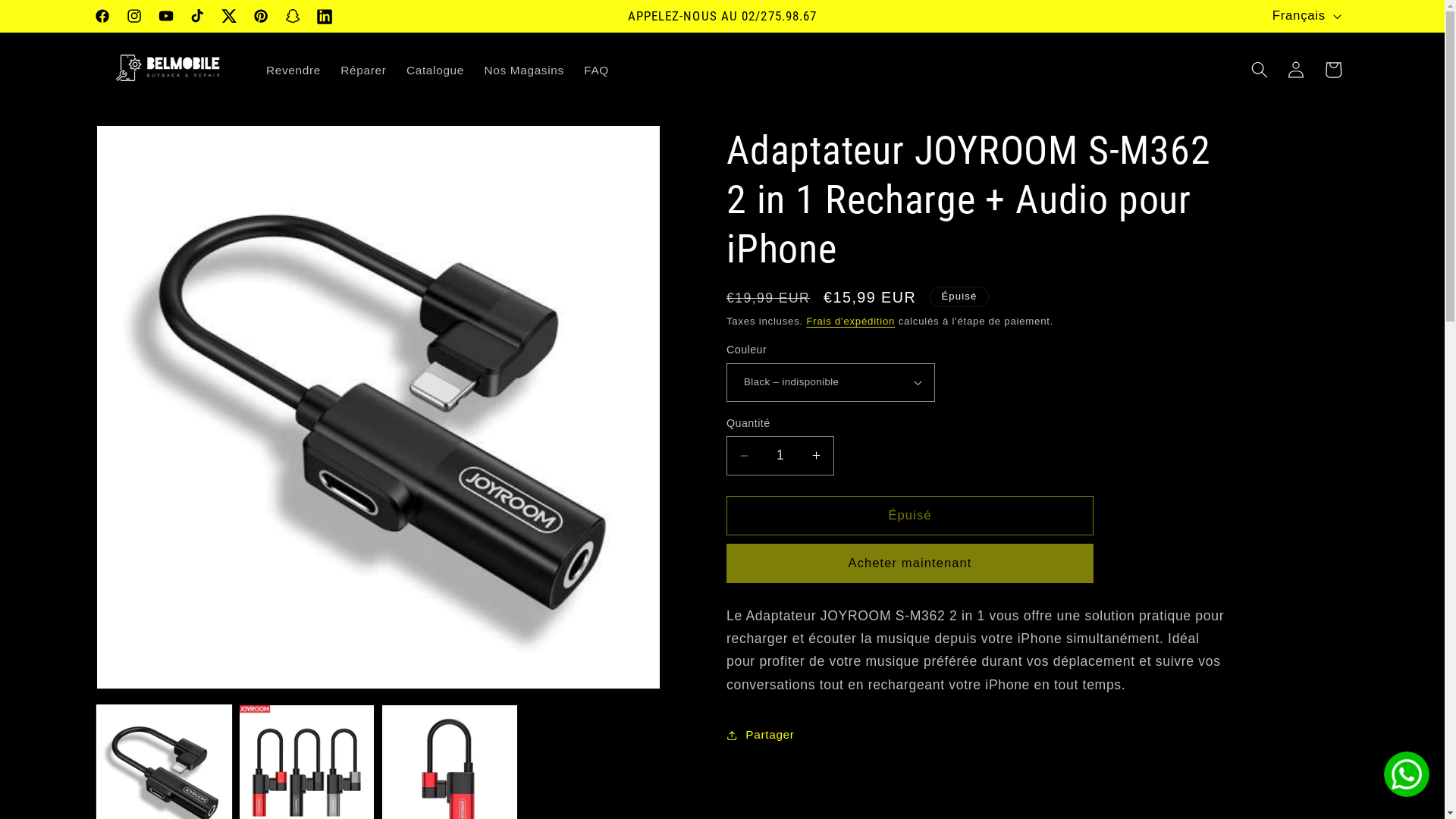  What do you see at coordinates (212, 17) in the screenshot?
I see `'Twitter'` at bounding box center [212, 17].